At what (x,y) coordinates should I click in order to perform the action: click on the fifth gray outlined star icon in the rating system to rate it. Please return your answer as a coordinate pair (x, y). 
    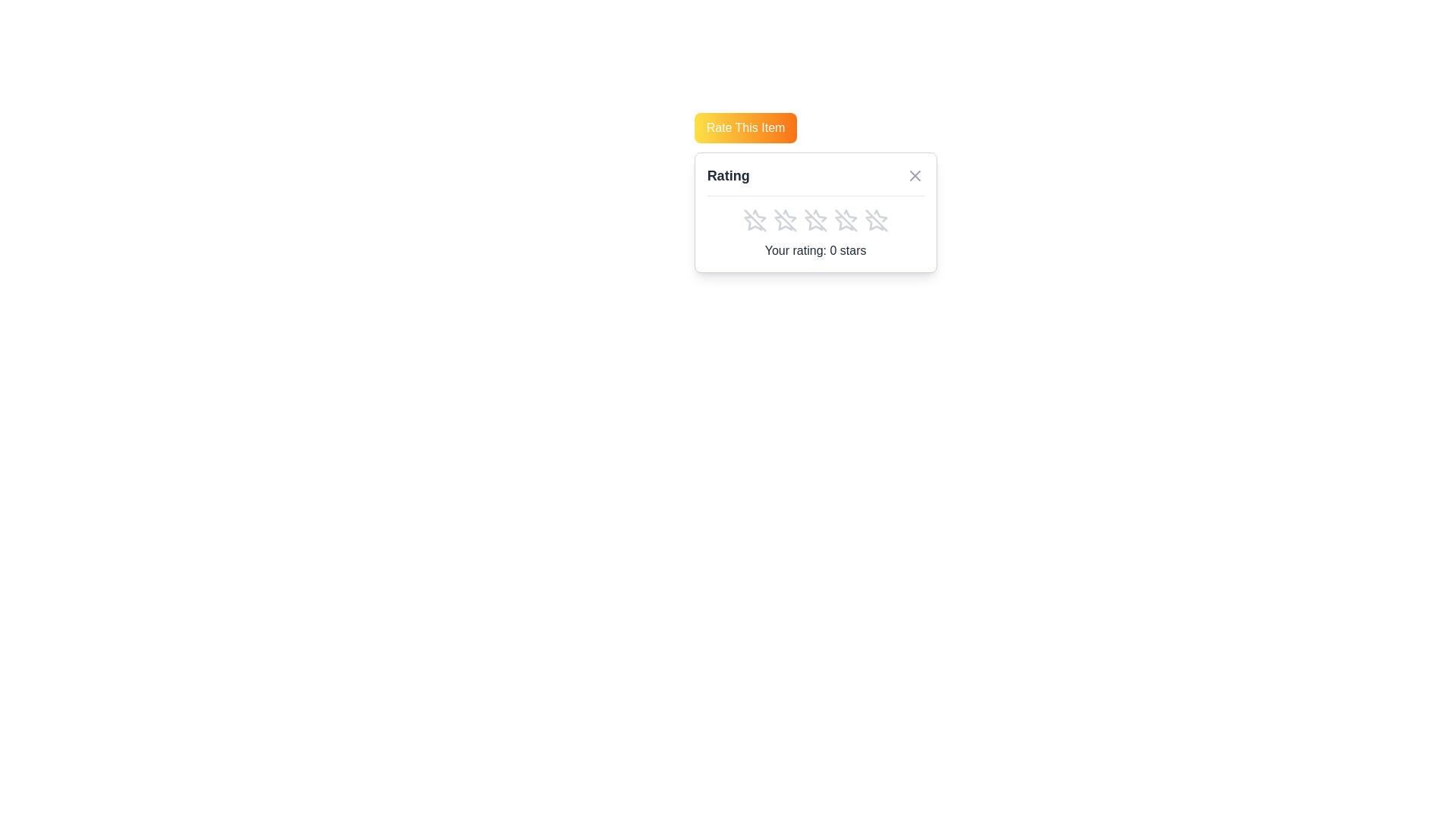
    Looking at the image, I should click on (876, 220).